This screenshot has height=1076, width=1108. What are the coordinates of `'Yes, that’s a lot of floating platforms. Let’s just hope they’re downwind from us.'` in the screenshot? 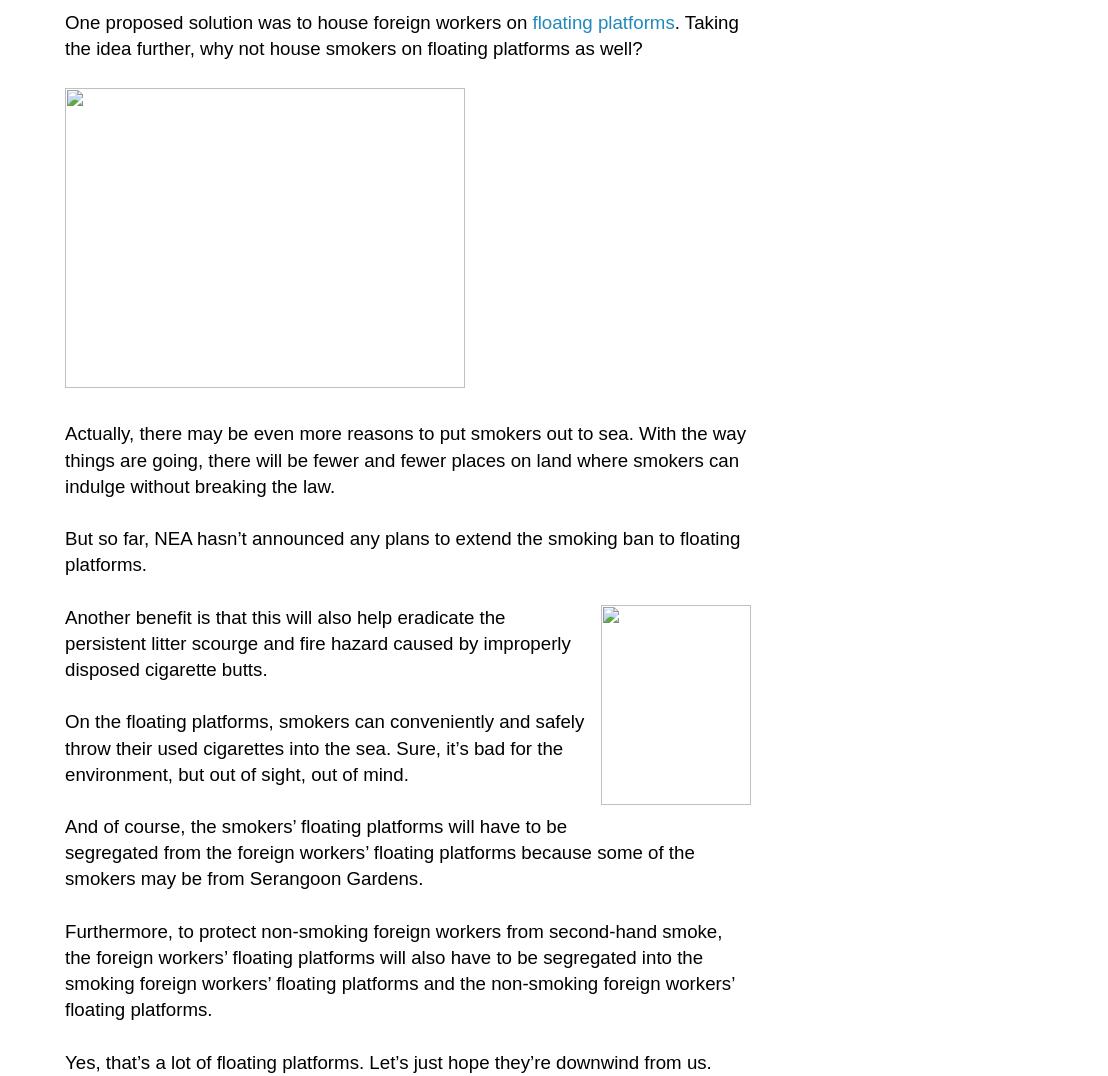 It's located at (388, 1061).